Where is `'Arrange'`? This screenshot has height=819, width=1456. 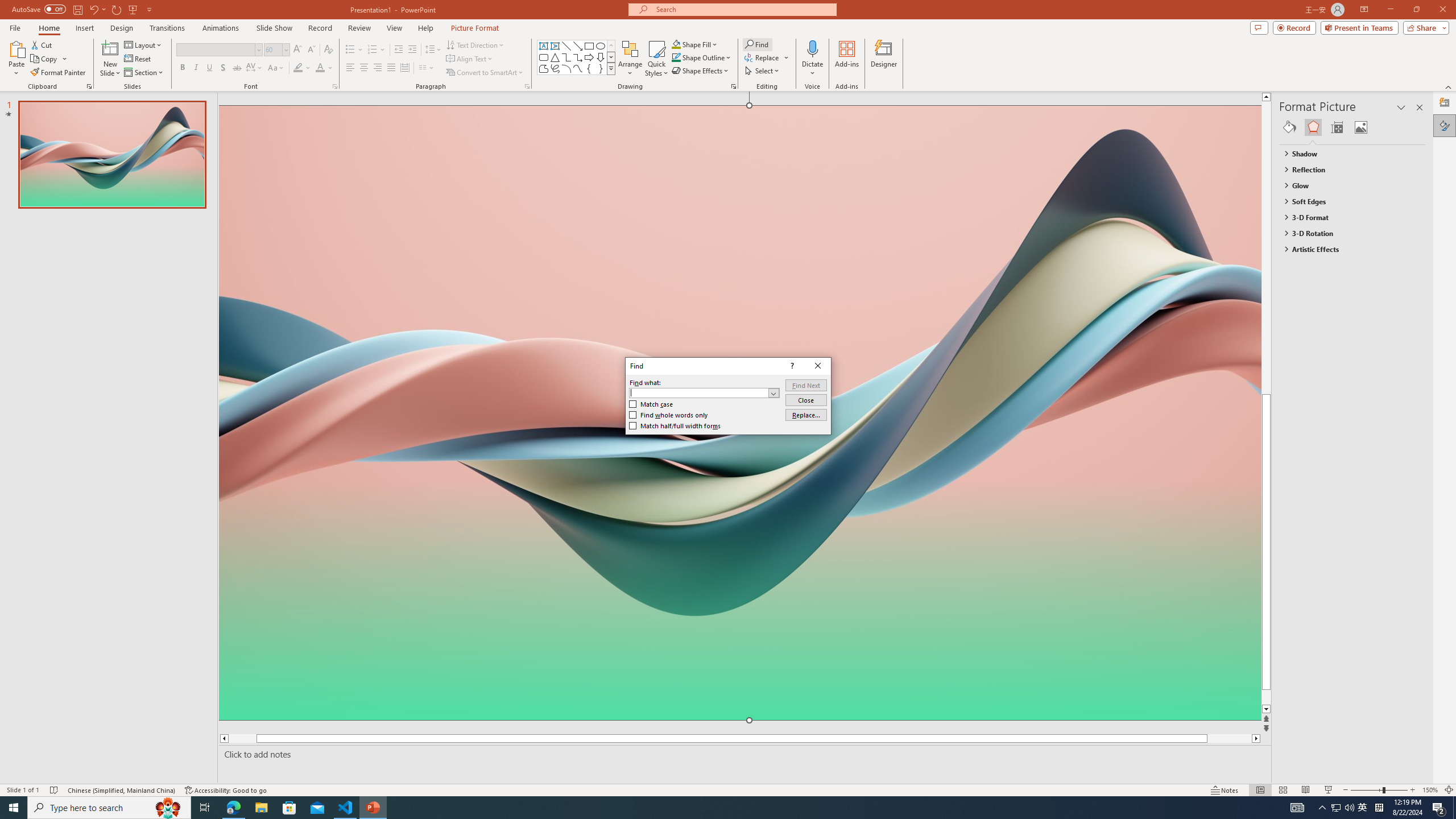 'Arrange' is located at coordinates (630, 59).